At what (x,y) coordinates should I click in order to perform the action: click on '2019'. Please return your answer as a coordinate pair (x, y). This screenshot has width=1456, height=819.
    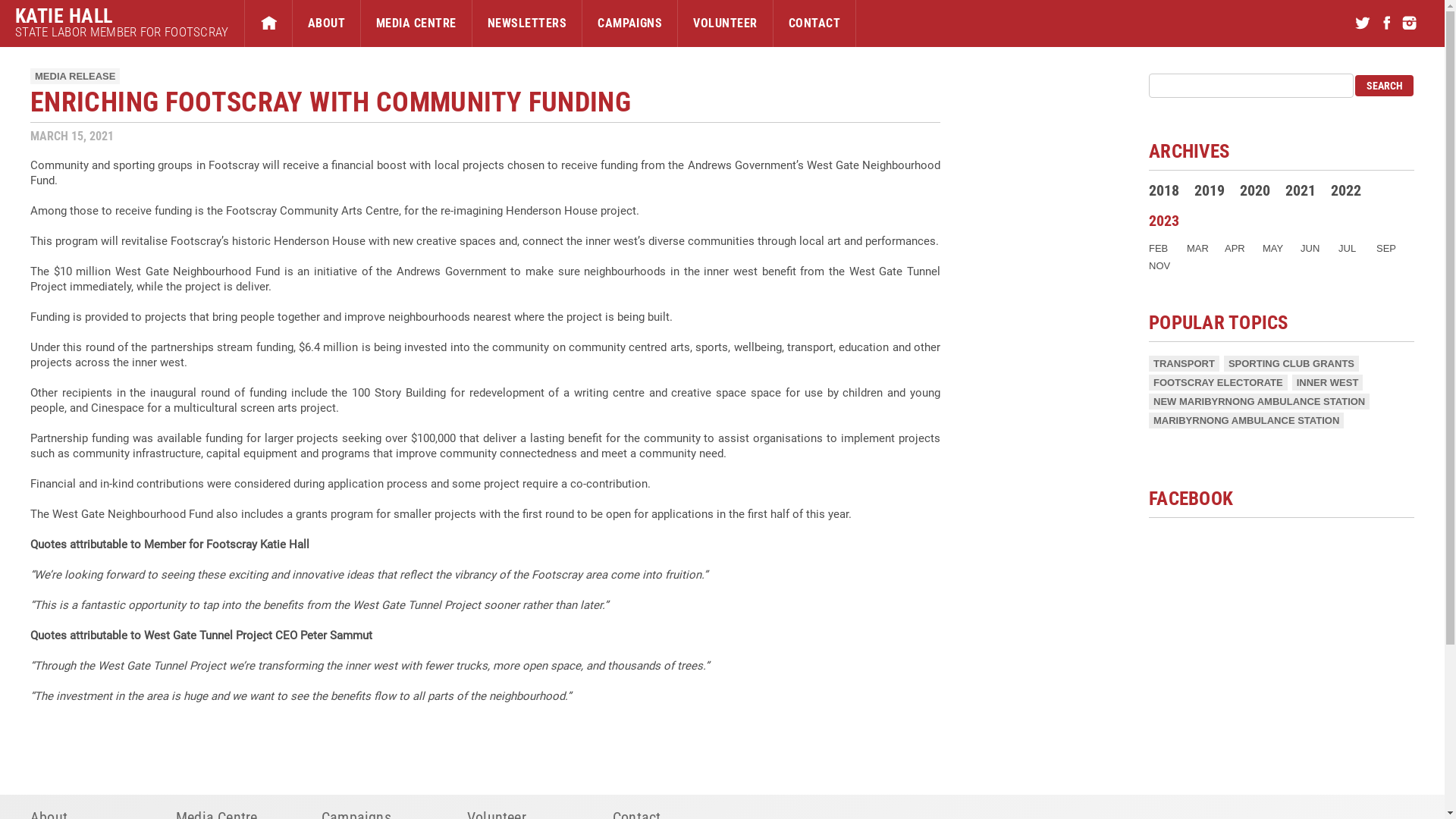
    Looking at the image, I should click on (1208, 189).